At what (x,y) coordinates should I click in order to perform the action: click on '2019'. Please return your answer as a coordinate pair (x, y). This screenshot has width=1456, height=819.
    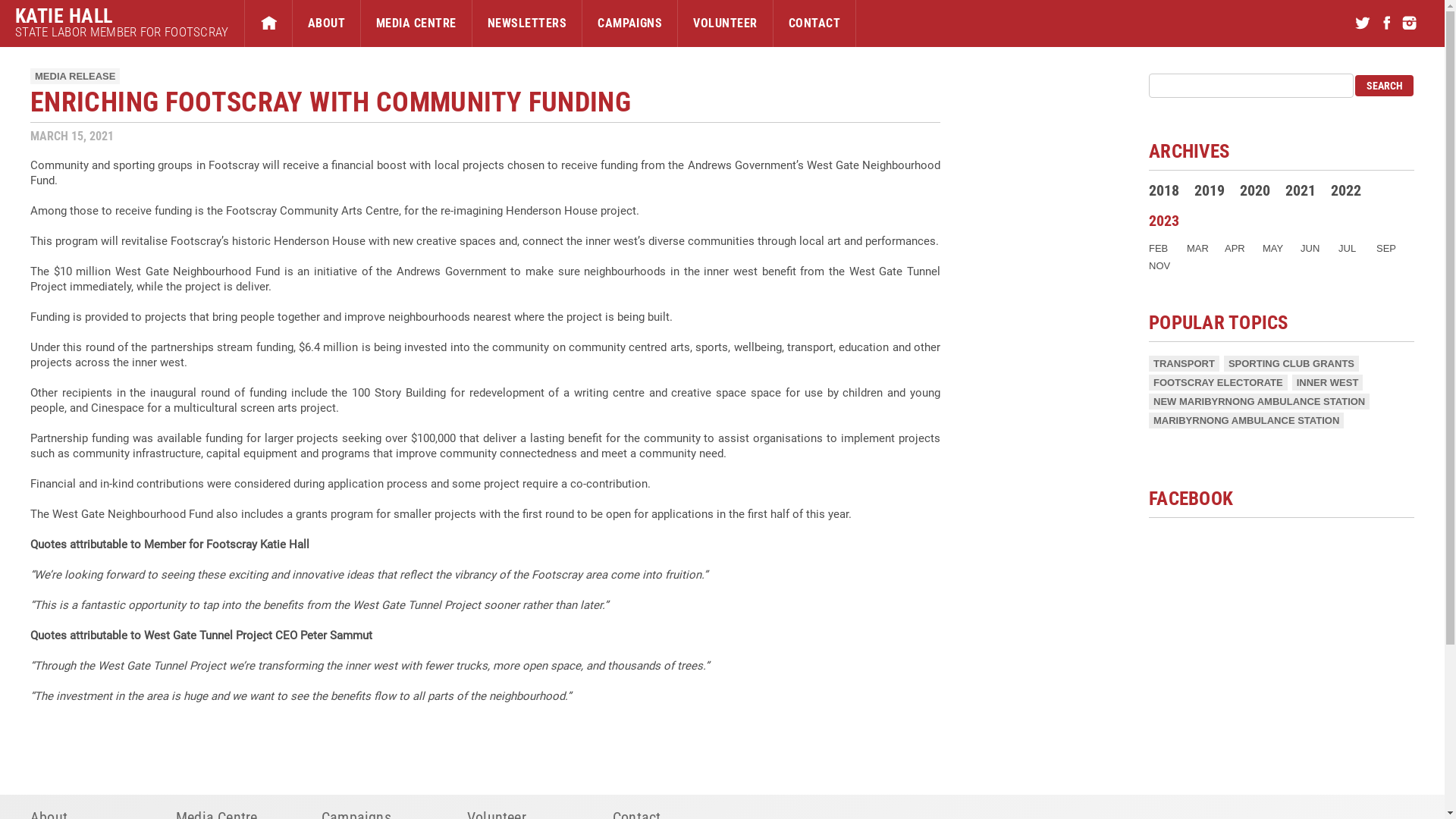
    Looking at the image, I should click on (1208, 189).